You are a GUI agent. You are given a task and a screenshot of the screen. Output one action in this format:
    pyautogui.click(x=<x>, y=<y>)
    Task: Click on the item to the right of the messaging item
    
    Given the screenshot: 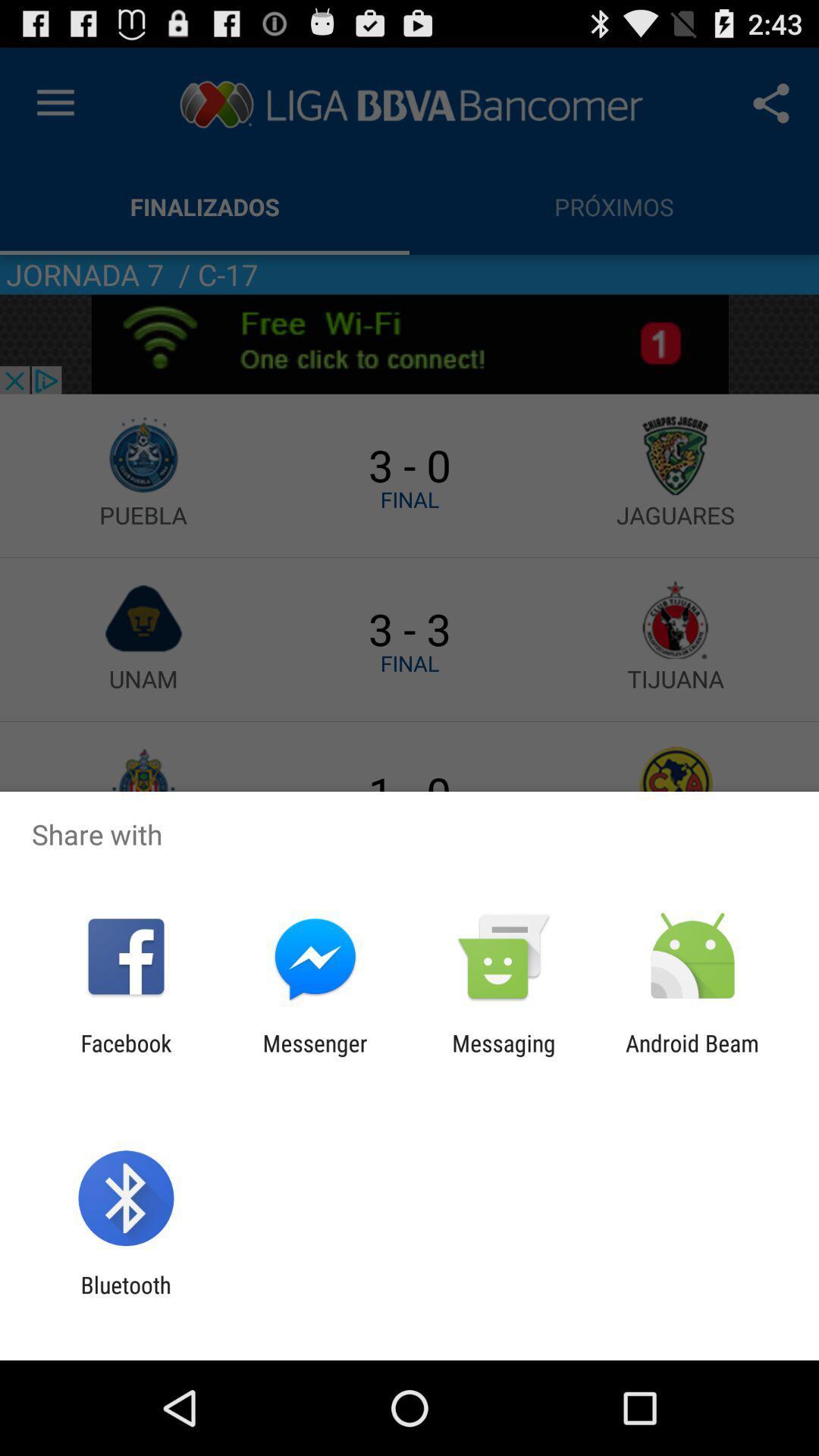 What is the action you would take?
    pyautogui.click(x=692, y=1056)
    